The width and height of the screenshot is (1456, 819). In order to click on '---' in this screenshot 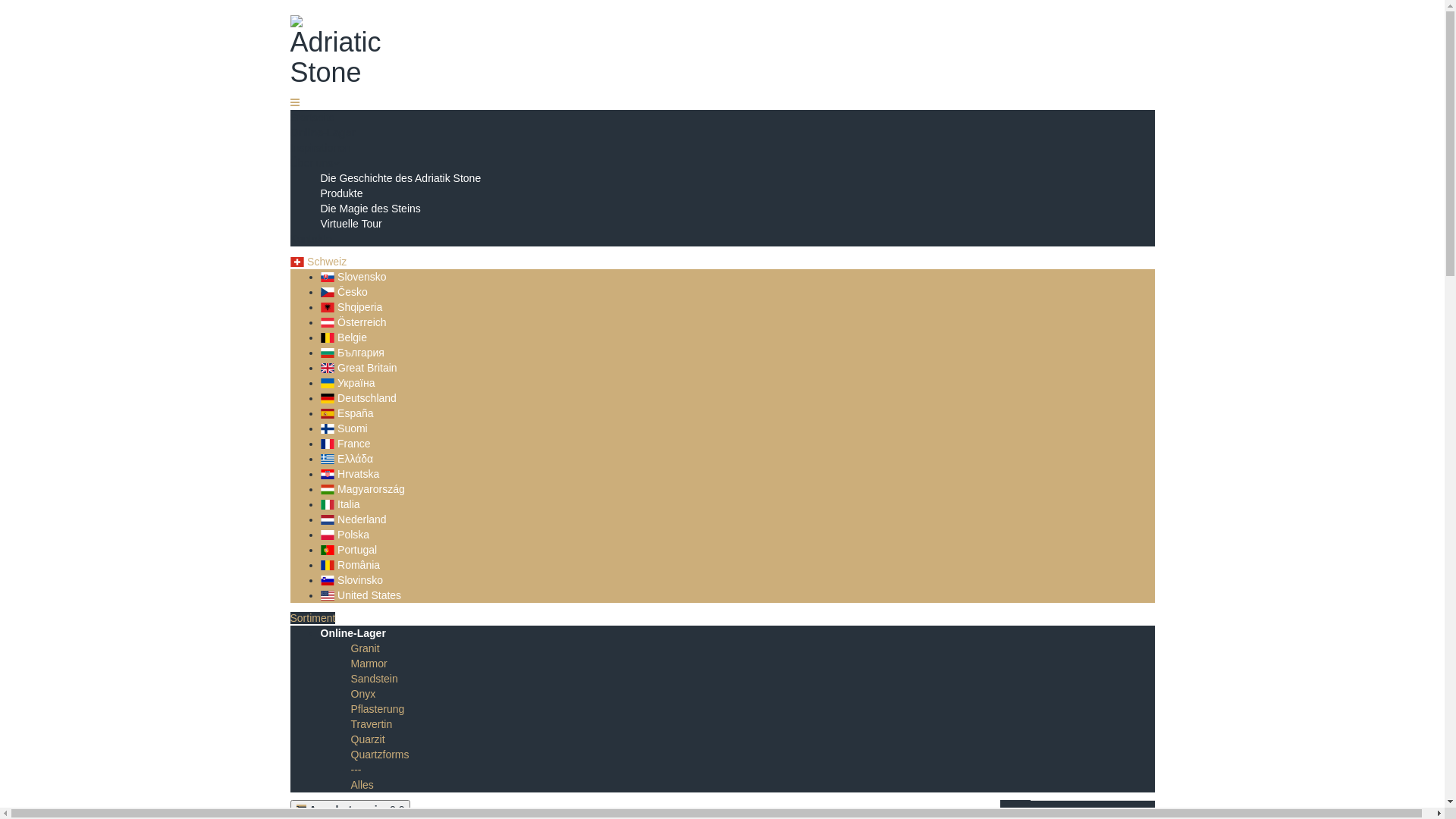, I will do `click(349, 769)`.